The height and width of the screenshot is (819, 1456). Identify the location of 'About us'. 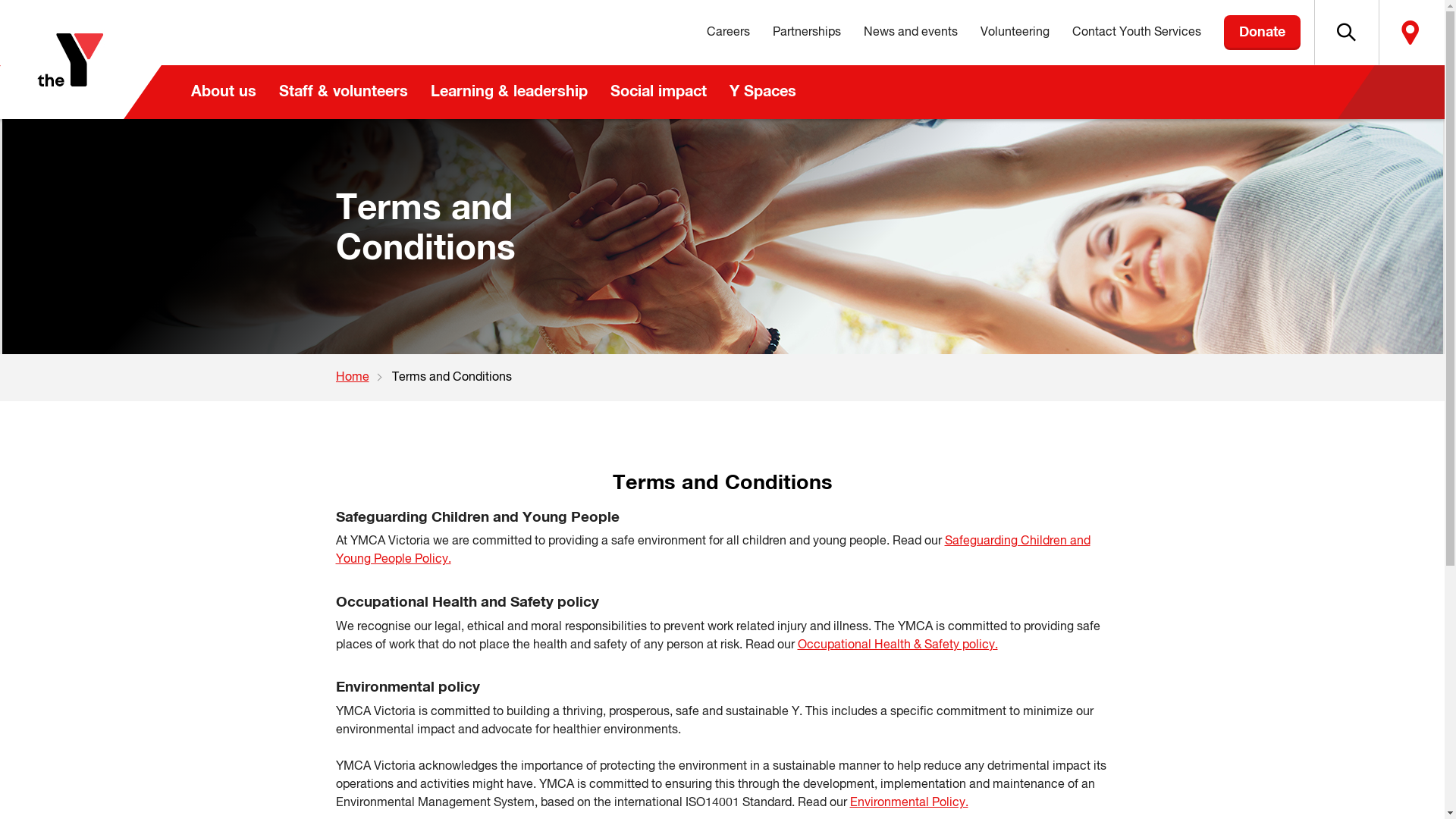
(178, 92).